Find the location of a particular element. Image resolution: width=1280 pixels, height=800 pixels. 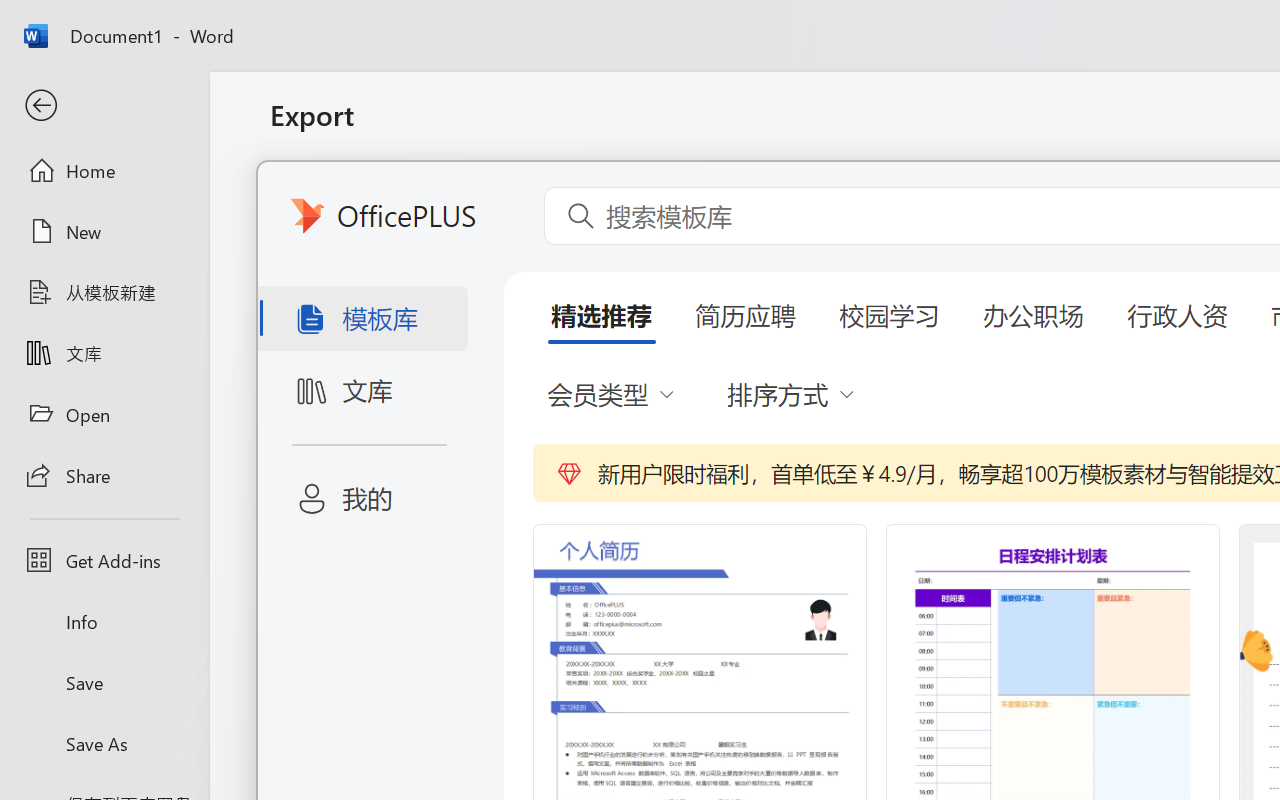

'Reload' is located at coordinates (93, 70).